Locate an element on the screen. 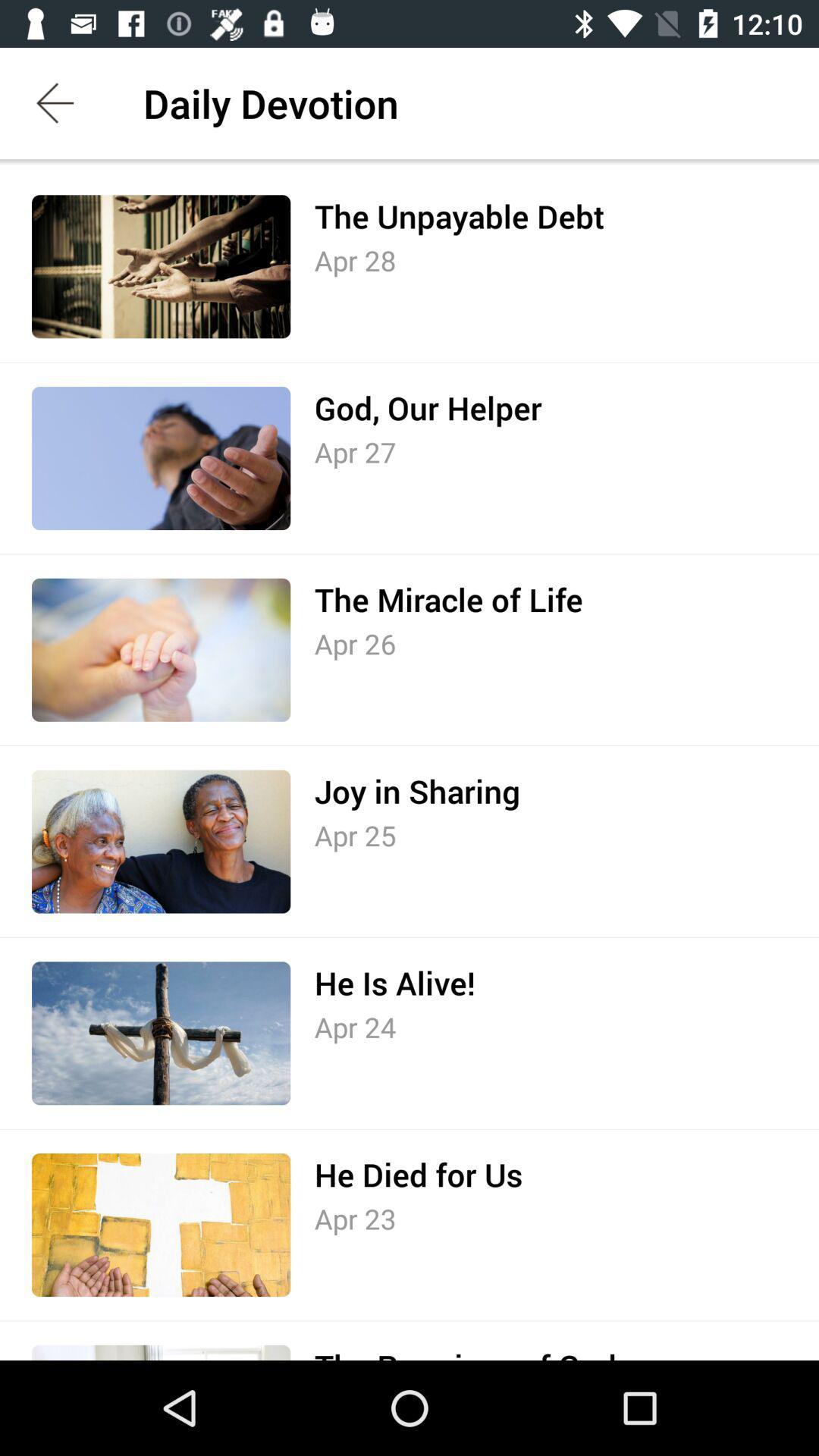  item below the the unpayable debt item is located at coordinates (355, 260).